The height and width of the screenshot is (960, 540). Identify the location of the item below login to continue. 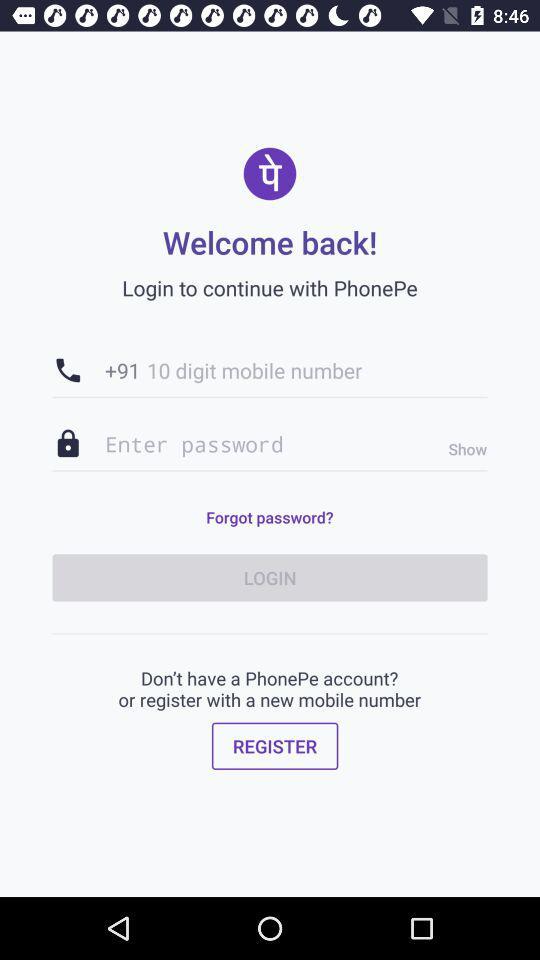
(270, 369).